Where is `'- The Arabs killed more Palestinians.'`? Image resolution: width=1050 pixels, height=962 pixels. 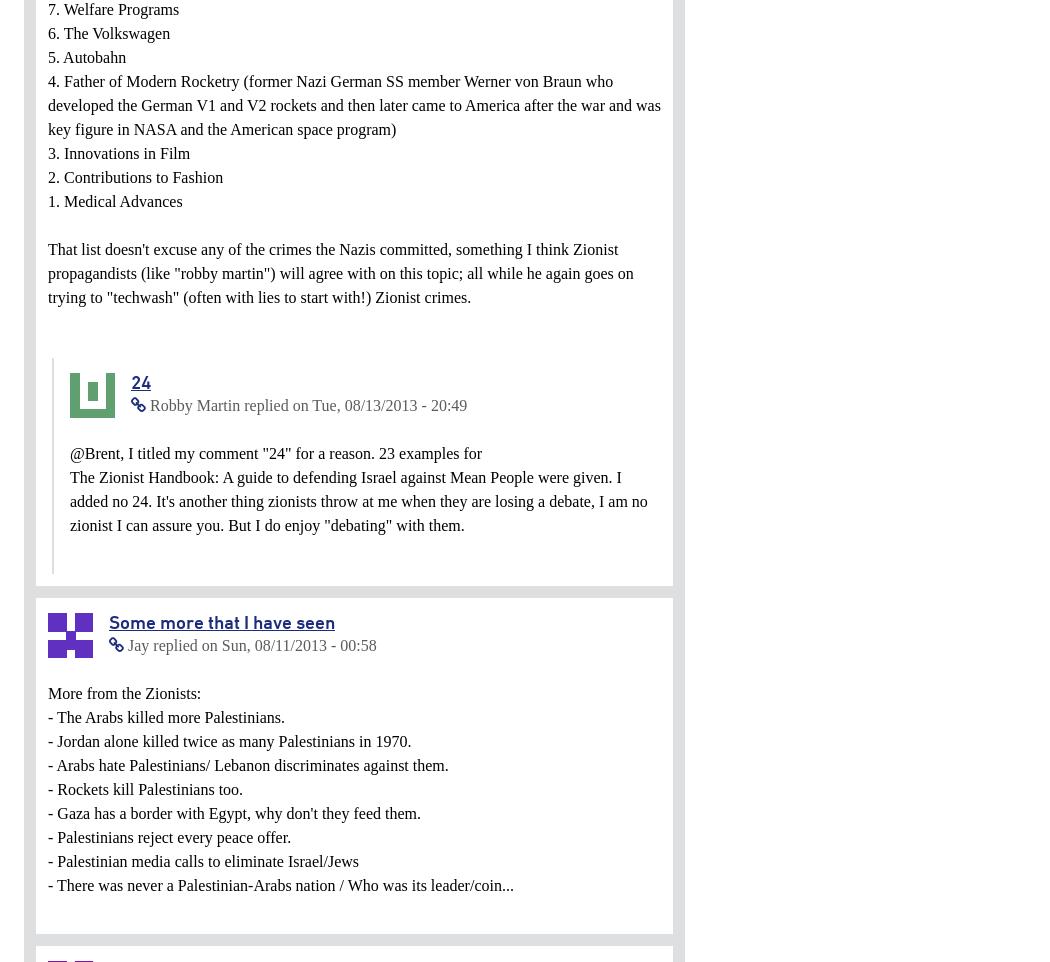
'- The Arabs killed more Palestinians.' is located at coordinates (166, 716).